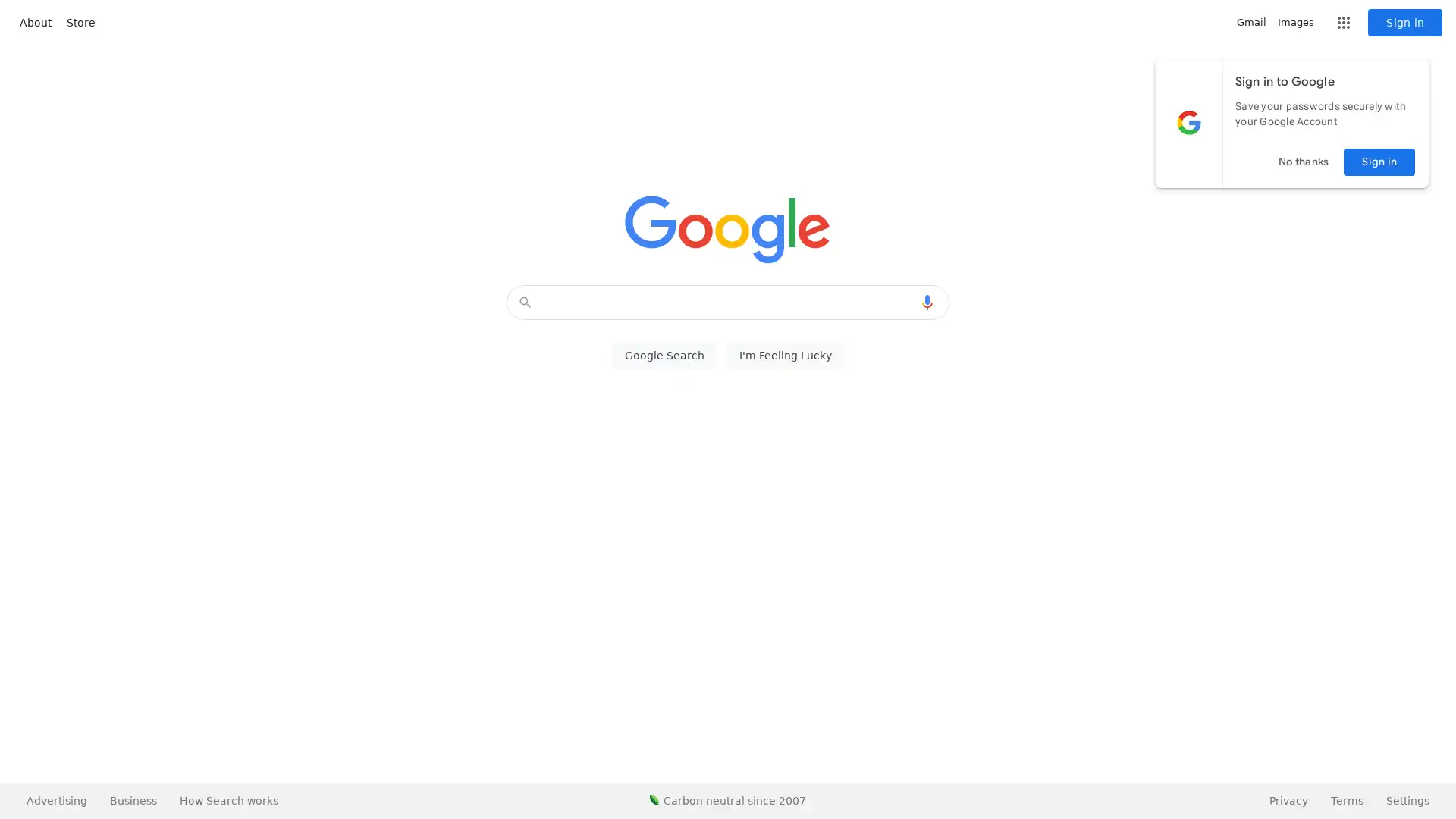 The width and height of the screenshot is (1456, 819). Describe the element at coordinates (1343, 23) in the screenshot. I see `Google apps` at that location.